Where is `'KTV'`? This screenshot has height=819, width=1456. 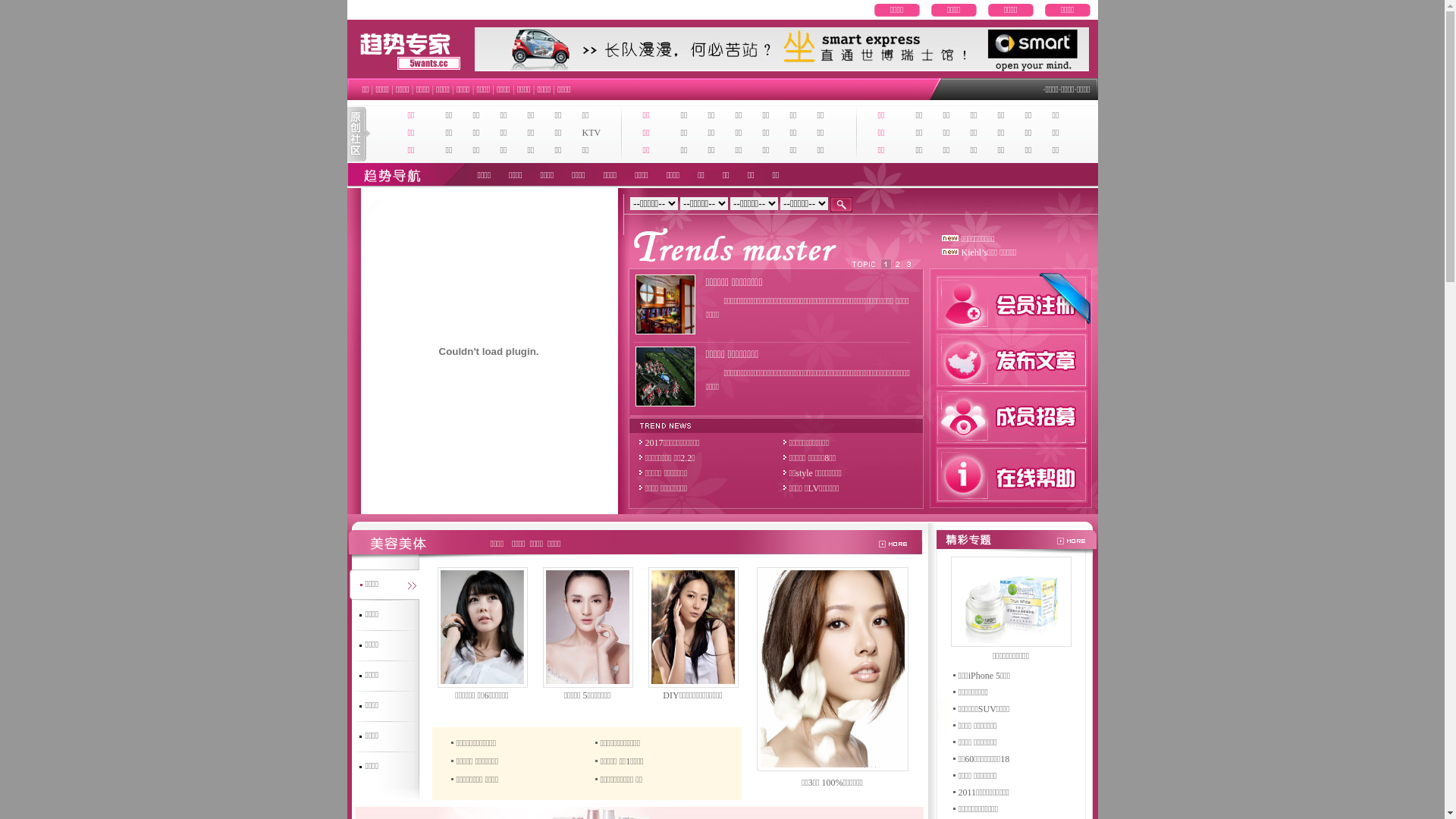
'KTV' is located at coordinates (591, 131).